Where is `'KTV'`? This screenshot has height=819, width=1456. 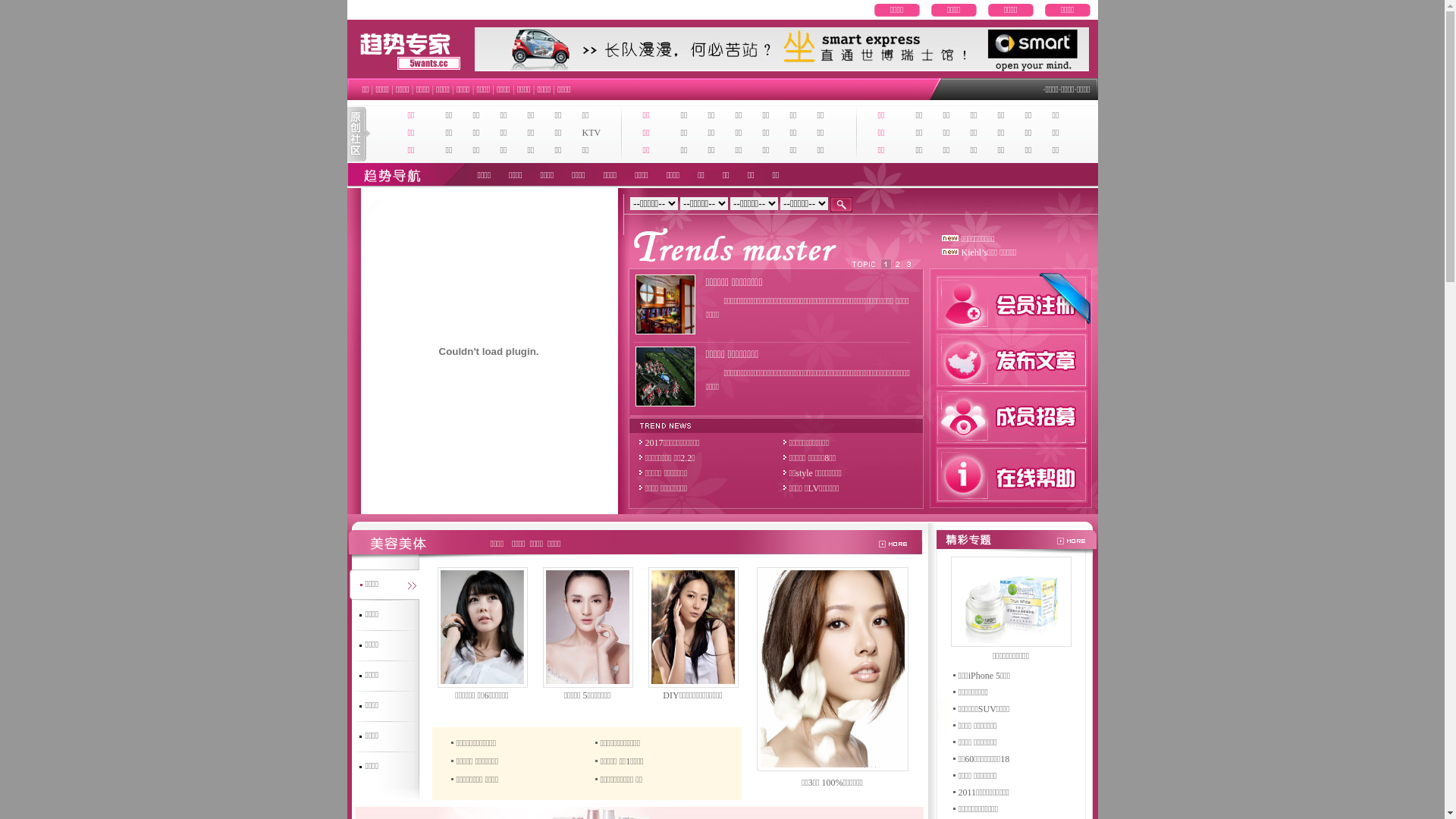
'KTV' is located at coordinates (591, 131).